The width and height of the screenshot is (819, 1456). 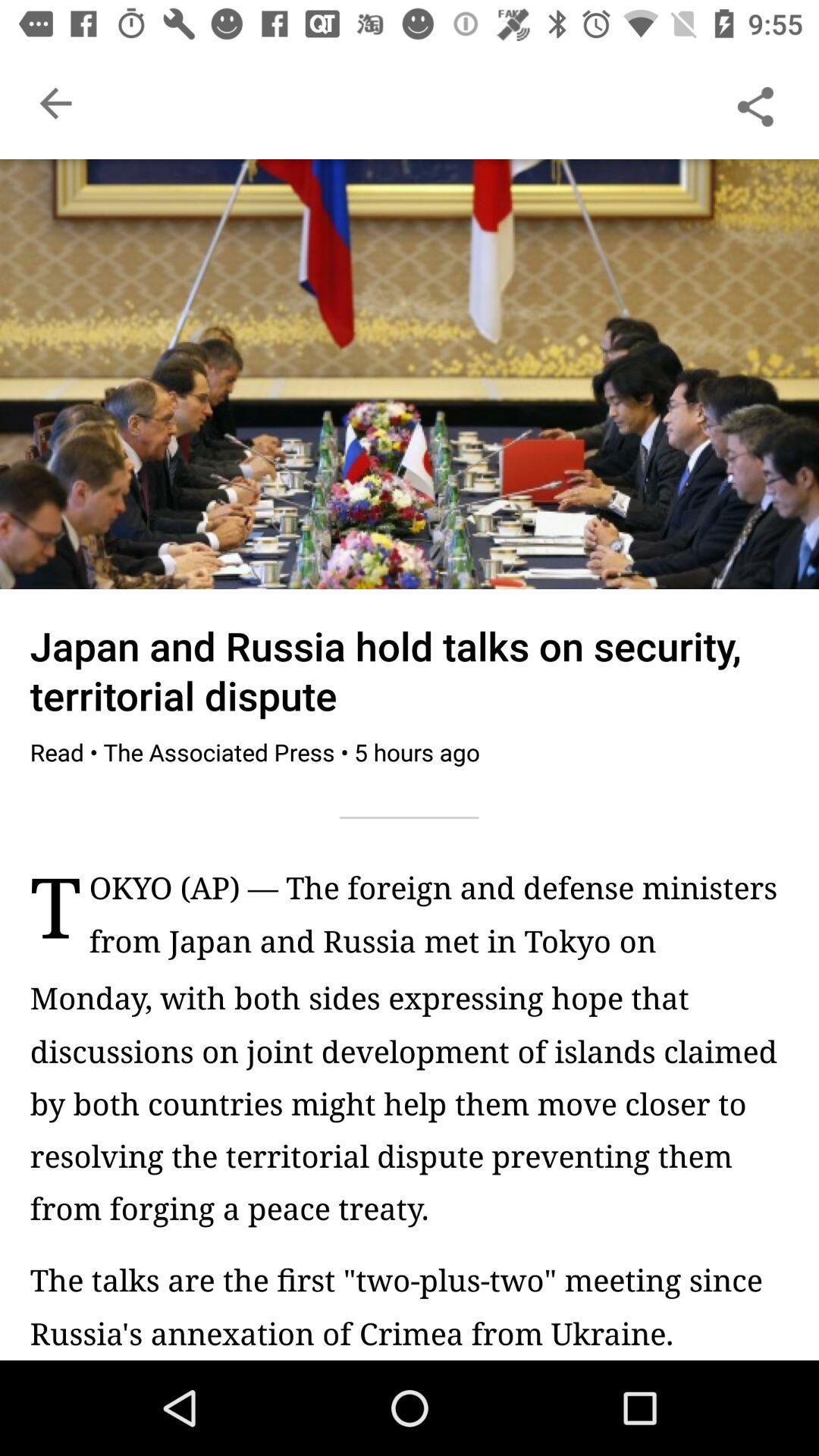 I want to click on the icon at the top left corner, so click(x=55, y=102).